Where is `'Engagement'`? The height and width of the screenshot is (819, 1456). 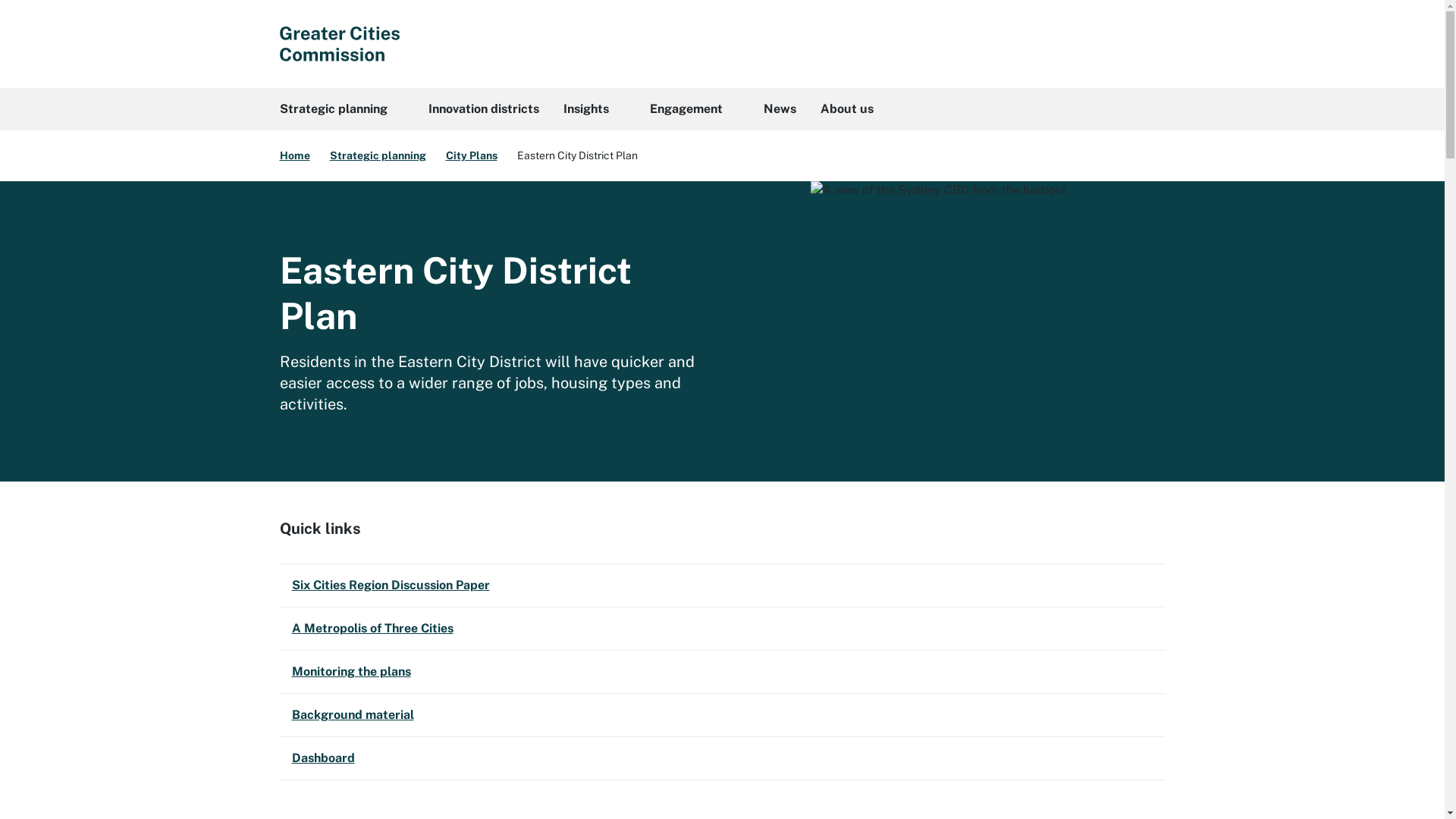
'Engagement' is located at coordinates (693, 108).